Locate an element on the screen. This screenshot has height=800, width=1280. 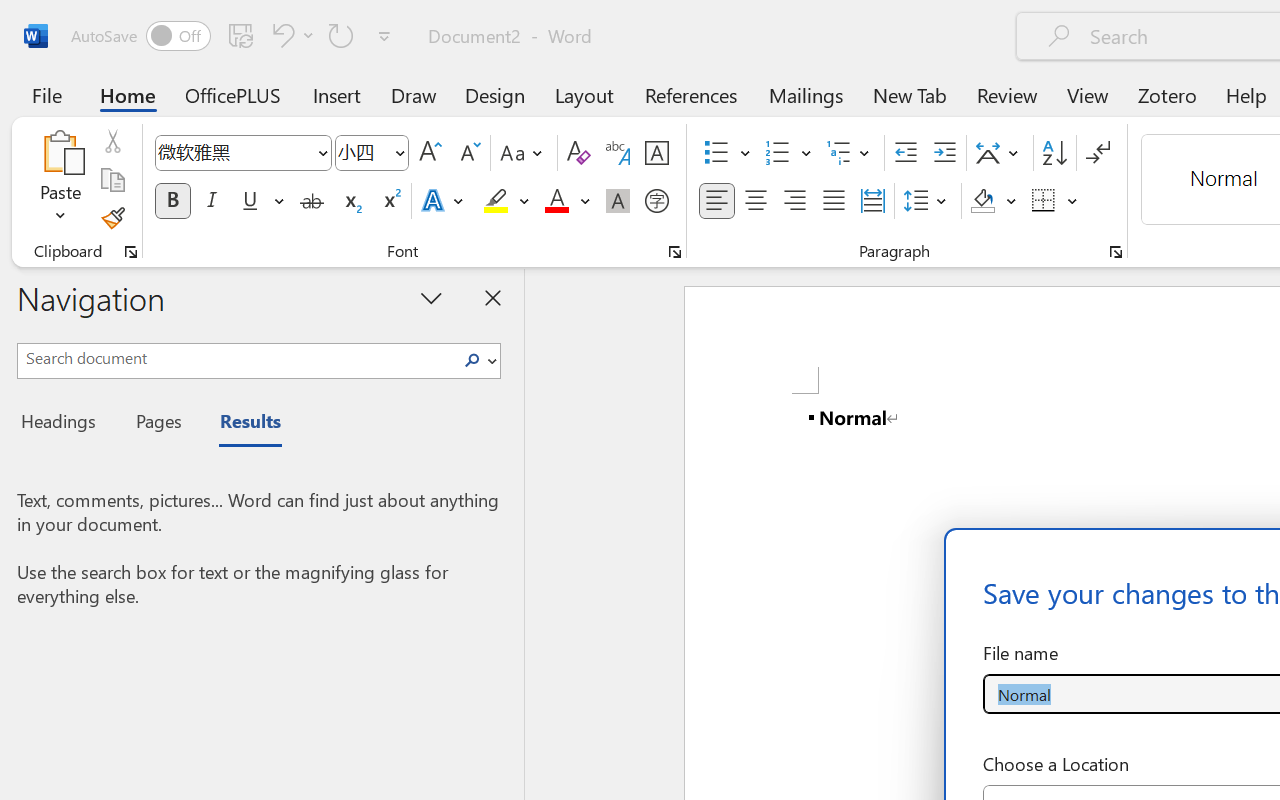
'Change Case' is located at coordinates (524, 153).